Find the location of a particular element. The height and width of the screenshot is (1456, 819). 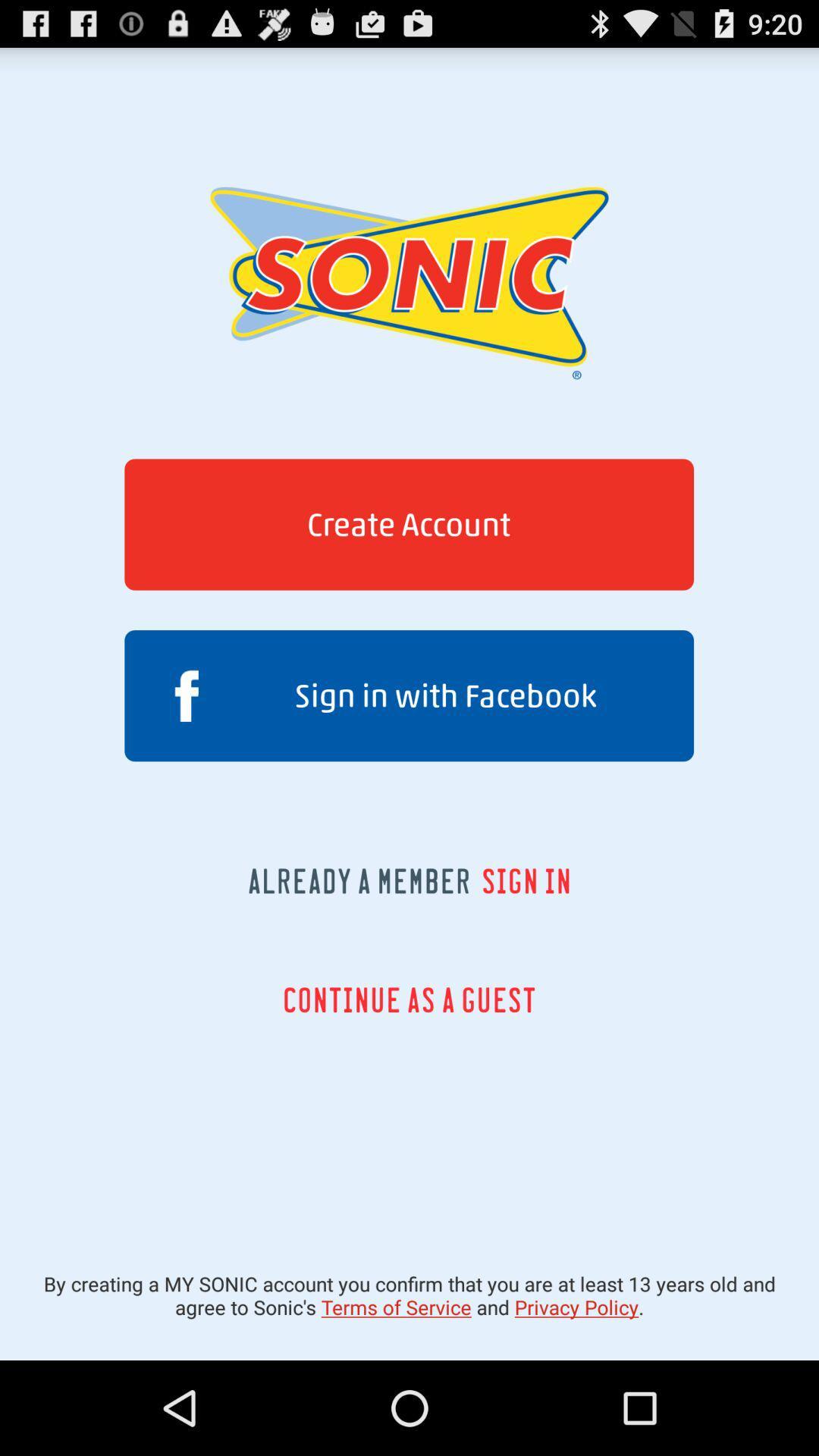

continue as a icon is located at coordinates (408, 999).